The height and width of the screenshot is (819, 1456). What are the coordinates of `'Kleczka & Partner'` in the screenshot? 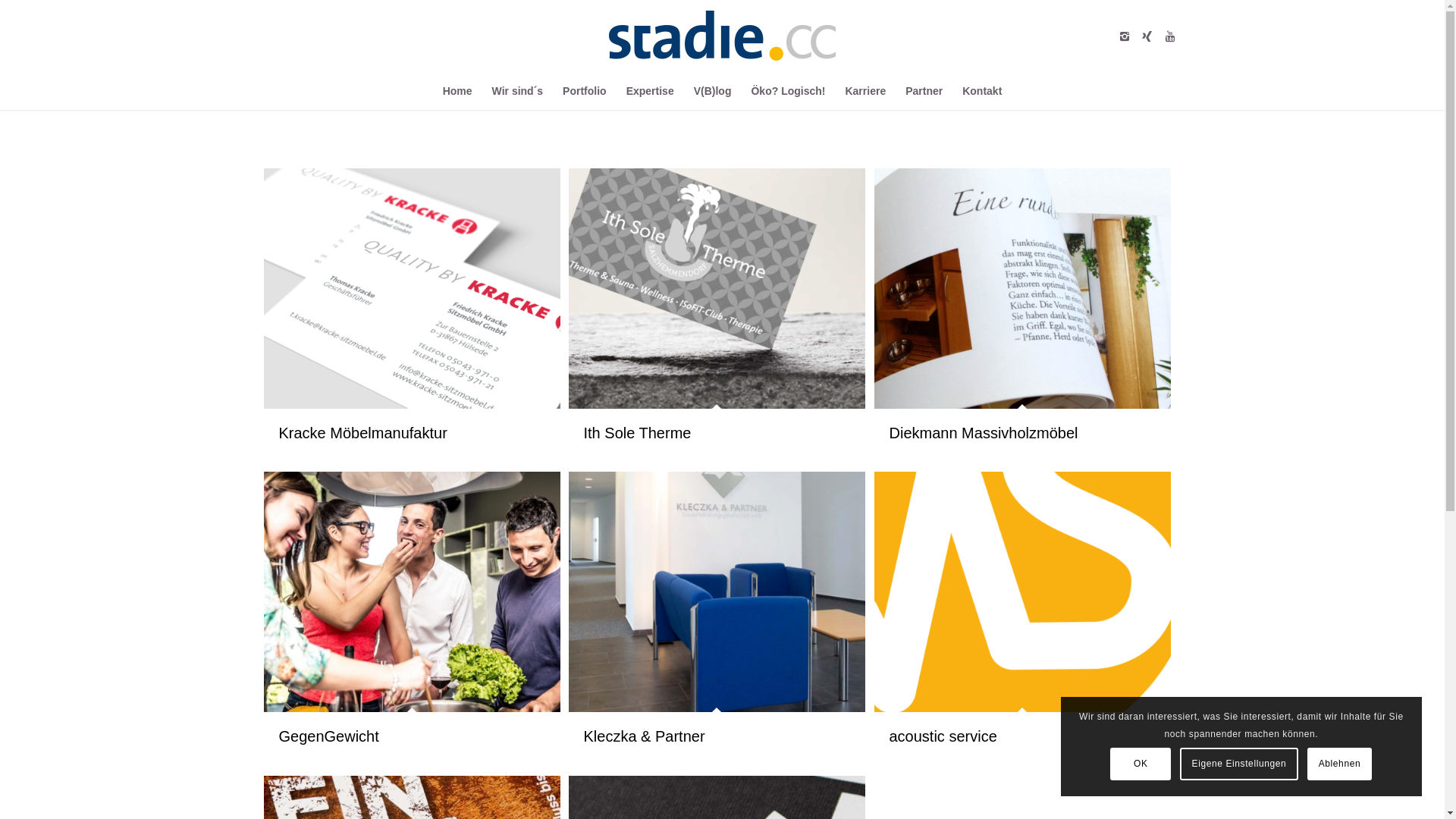 It's located at (716, 591).